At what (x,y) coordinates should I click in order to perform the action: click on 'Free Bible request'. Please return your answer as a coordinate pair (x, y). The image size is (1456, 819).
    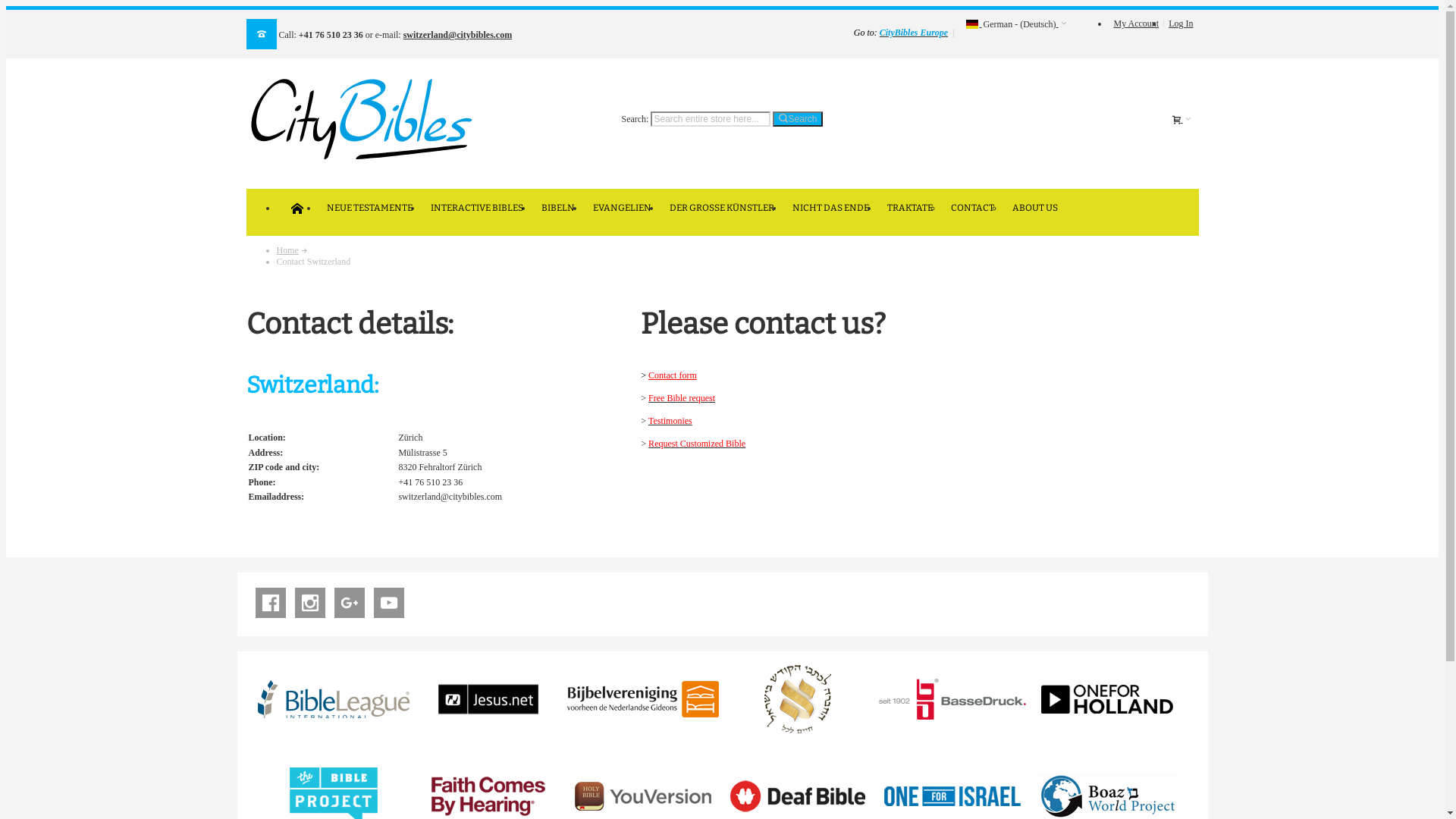
    Looking at the image, I should click on (684, 403).